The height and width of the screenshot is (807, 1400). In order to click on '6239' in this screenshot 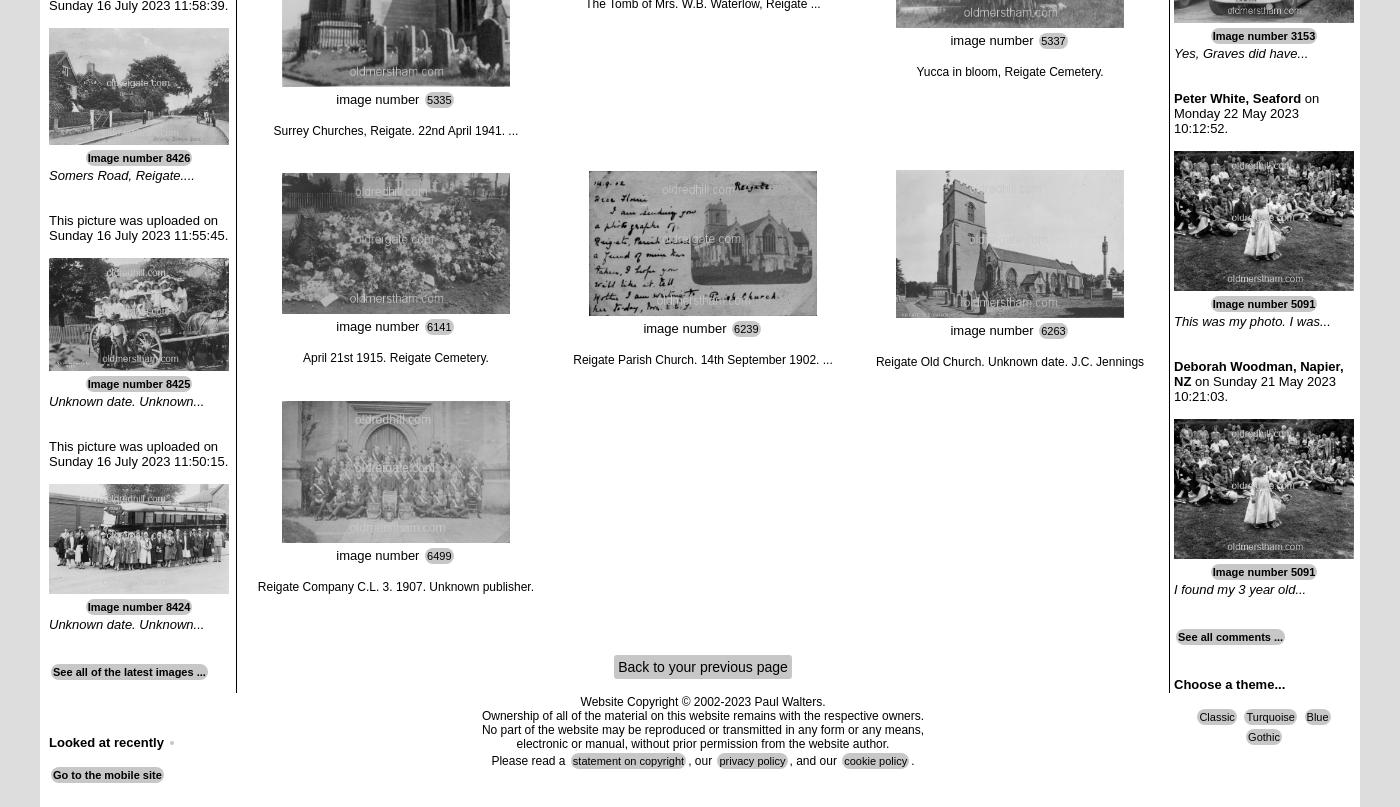, I will do `click(745, 329)`.